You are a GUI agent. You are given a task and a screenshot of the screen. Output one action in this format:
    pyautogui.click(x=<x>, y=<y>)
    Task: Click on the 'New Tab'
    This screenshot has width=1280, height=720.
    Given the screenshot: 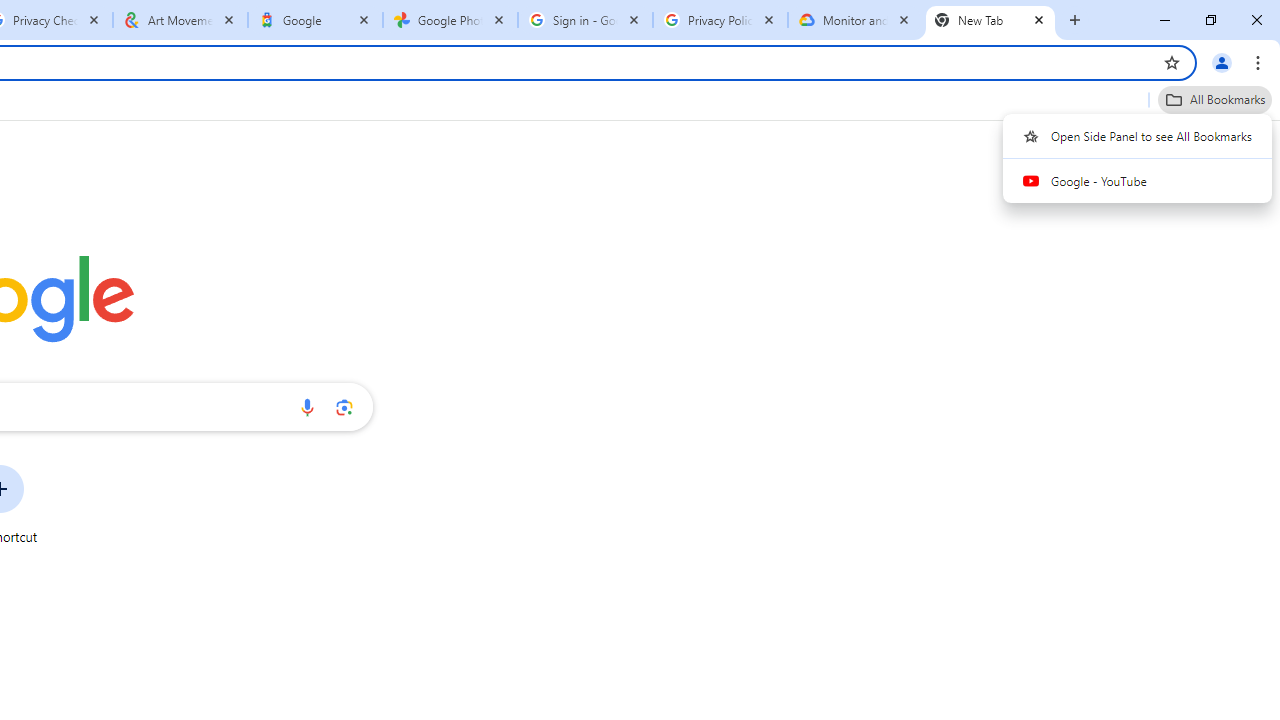 What is the action you would take?
    pyautogui.click(x=990, y=20)
    